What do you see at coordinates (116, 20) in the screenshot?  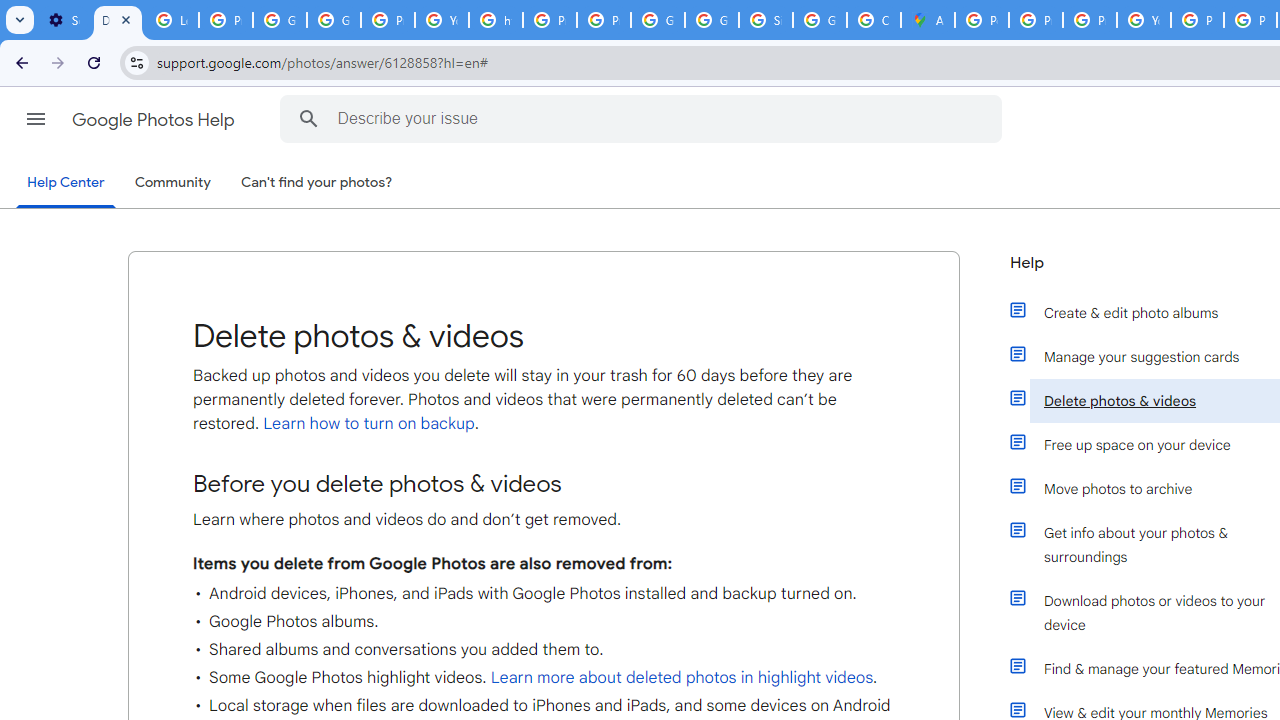 I see `'Delete photos & videos - Computer - Google Photos Help'` at bounding box center [116, 20].